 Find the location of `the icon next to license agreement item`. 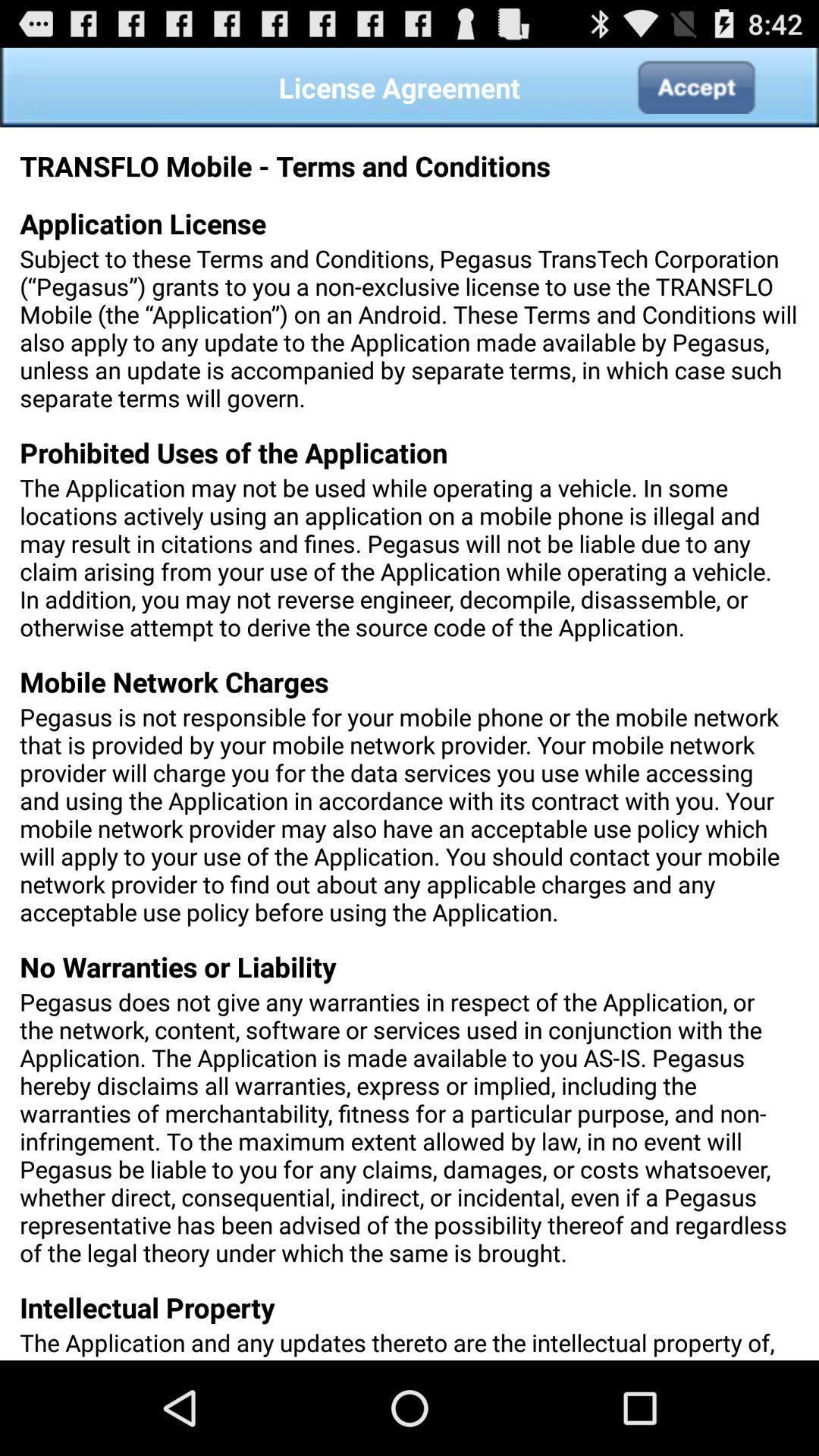

the icon next to license agreement item is located at coordinates (695, 86).